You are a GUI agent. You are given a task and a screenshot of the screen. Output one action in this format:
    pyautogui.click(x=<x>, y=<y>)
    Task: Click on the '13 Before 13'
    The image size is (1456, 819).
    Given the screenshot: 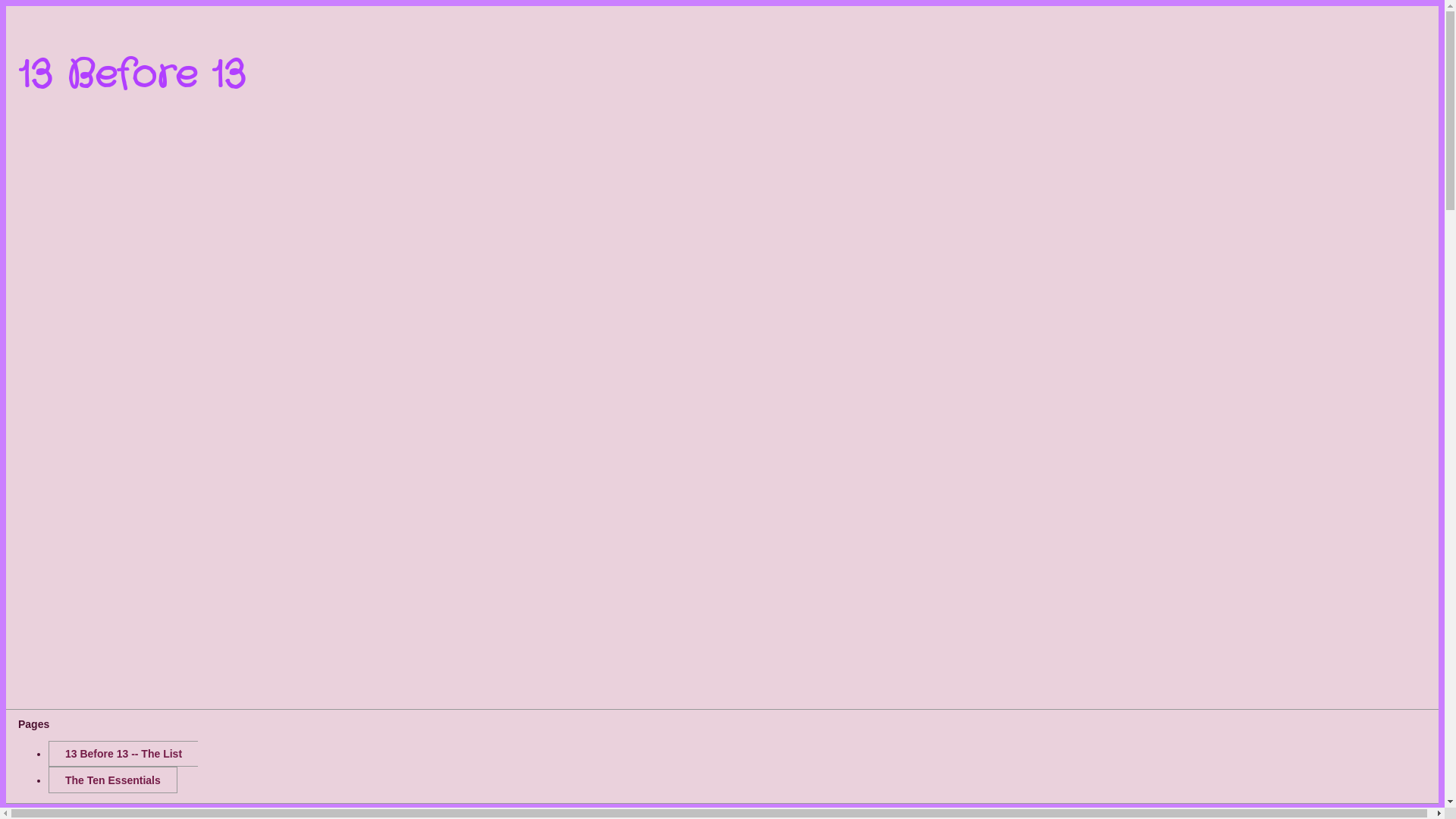 What is the action you would take?
    pyautogui.click(x=131, y=76)
    